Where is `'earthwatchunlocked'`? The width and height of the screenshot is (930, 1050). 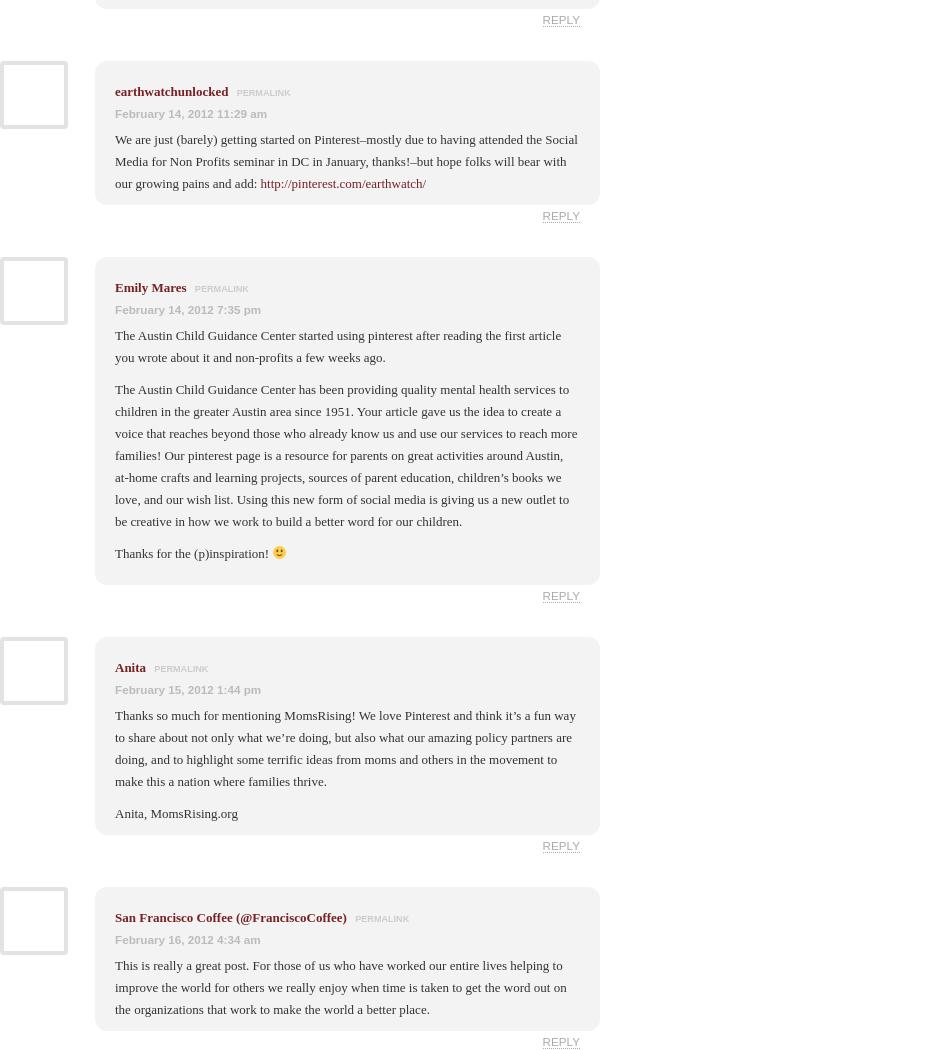 'earthwatchunlocked' is located at coordinates (115, 90).